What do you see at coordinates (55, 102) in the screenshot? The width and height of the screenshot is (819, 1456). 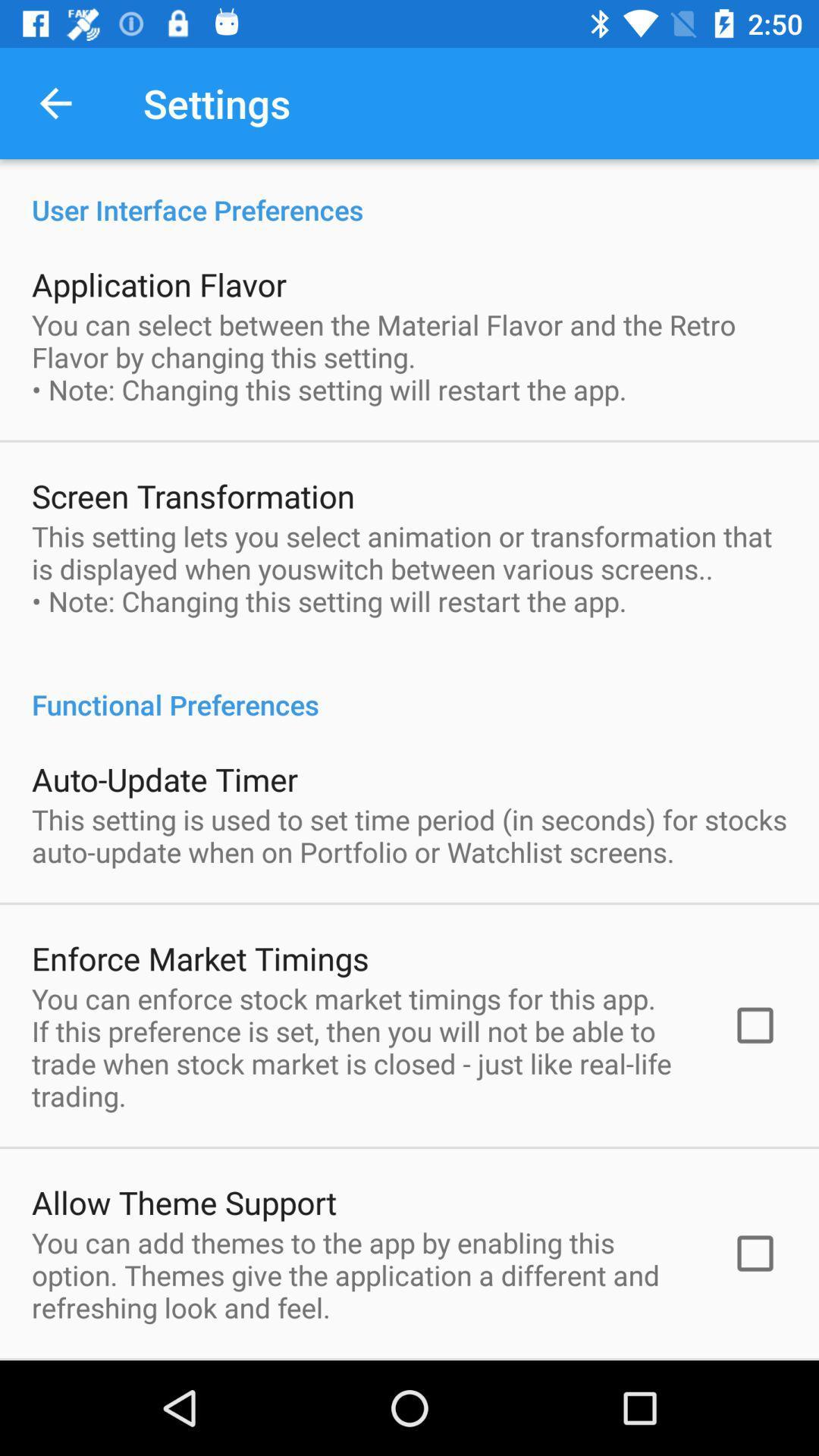 I see `icon above the user interface preferences icon` at bounding box center [55, 102].